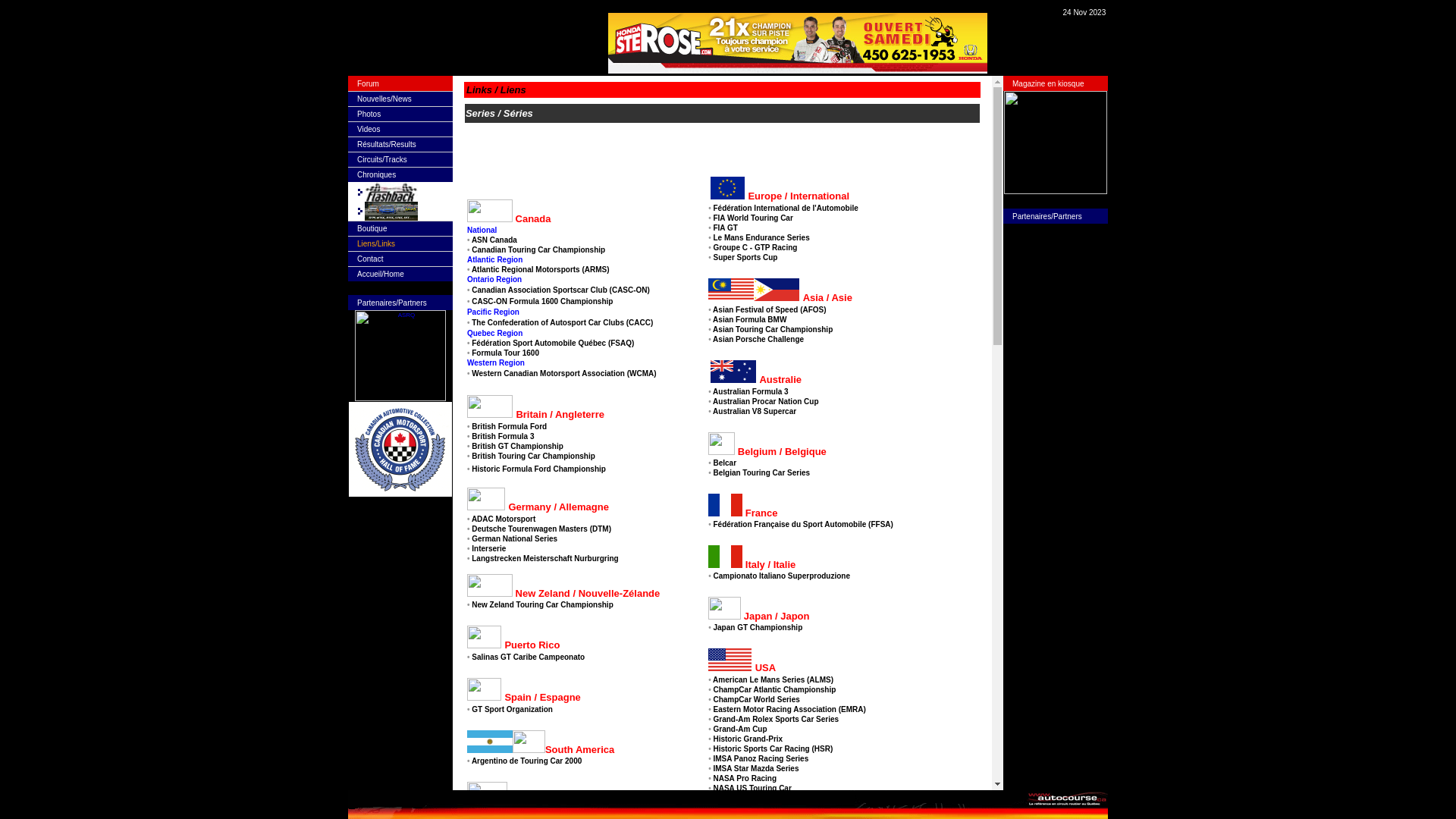 The image size is (1456, 819). What do you see at coordinates (384, 99) in the screenshot?
I see `'Nouvelles/News'` at bounding box center [384, 99].